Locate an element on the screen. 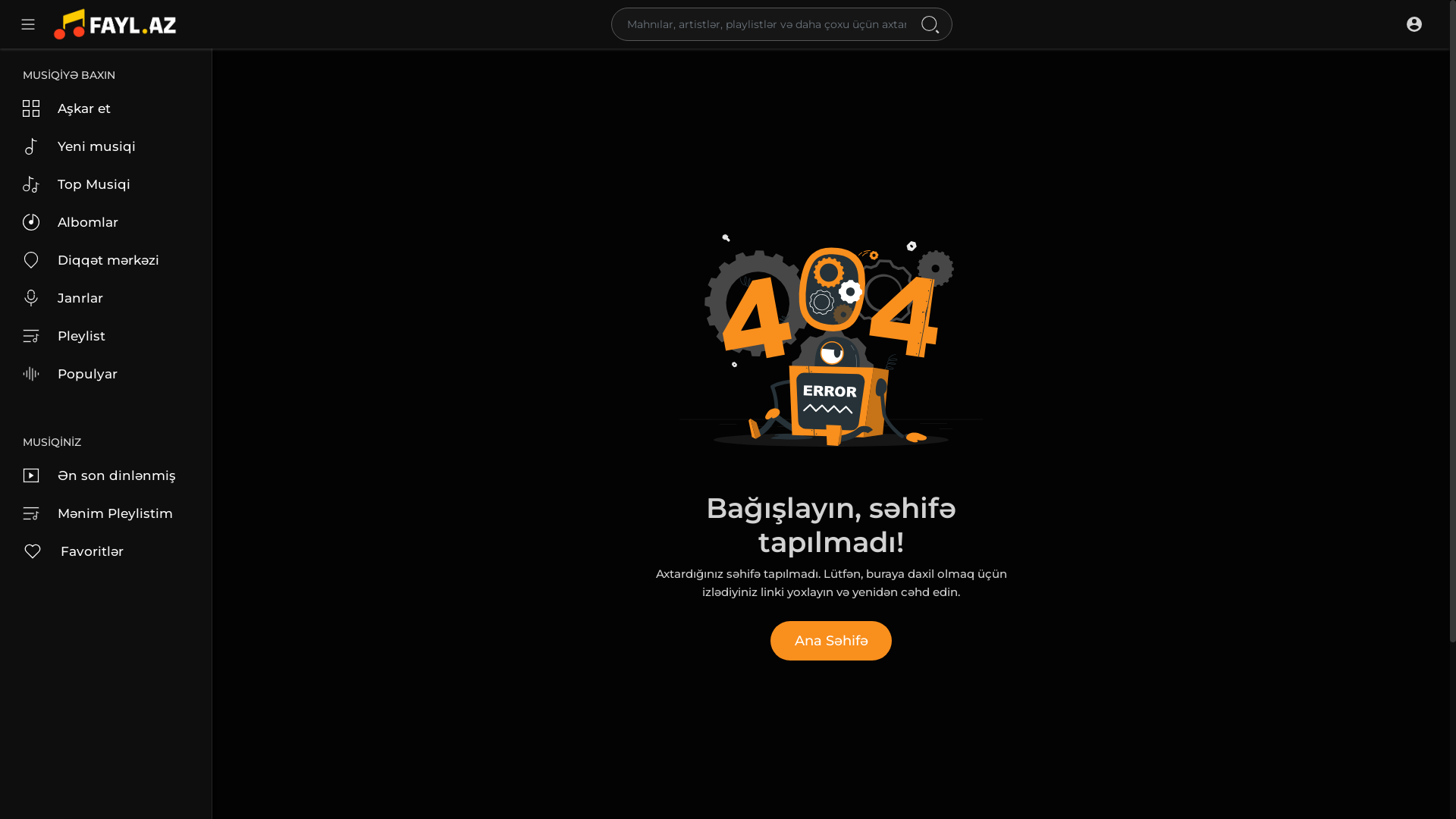 The width and height of the screenshot is (1456, 819). 'Populyar' is located at coordinates (105, 374).